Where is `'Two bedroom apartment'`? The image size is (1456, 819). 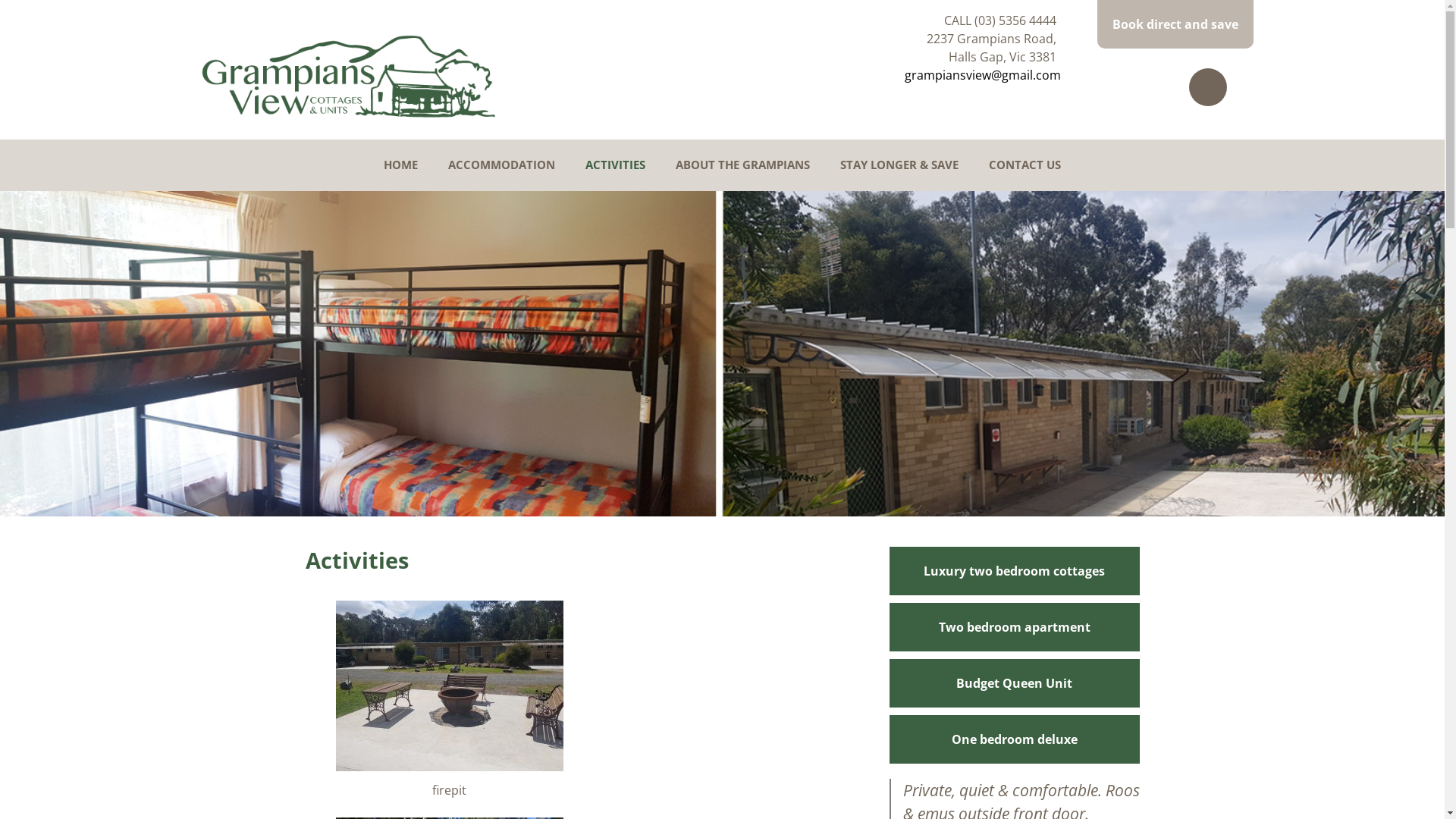
'Two bedroom apartment' is located at coordinates (1014, 626).